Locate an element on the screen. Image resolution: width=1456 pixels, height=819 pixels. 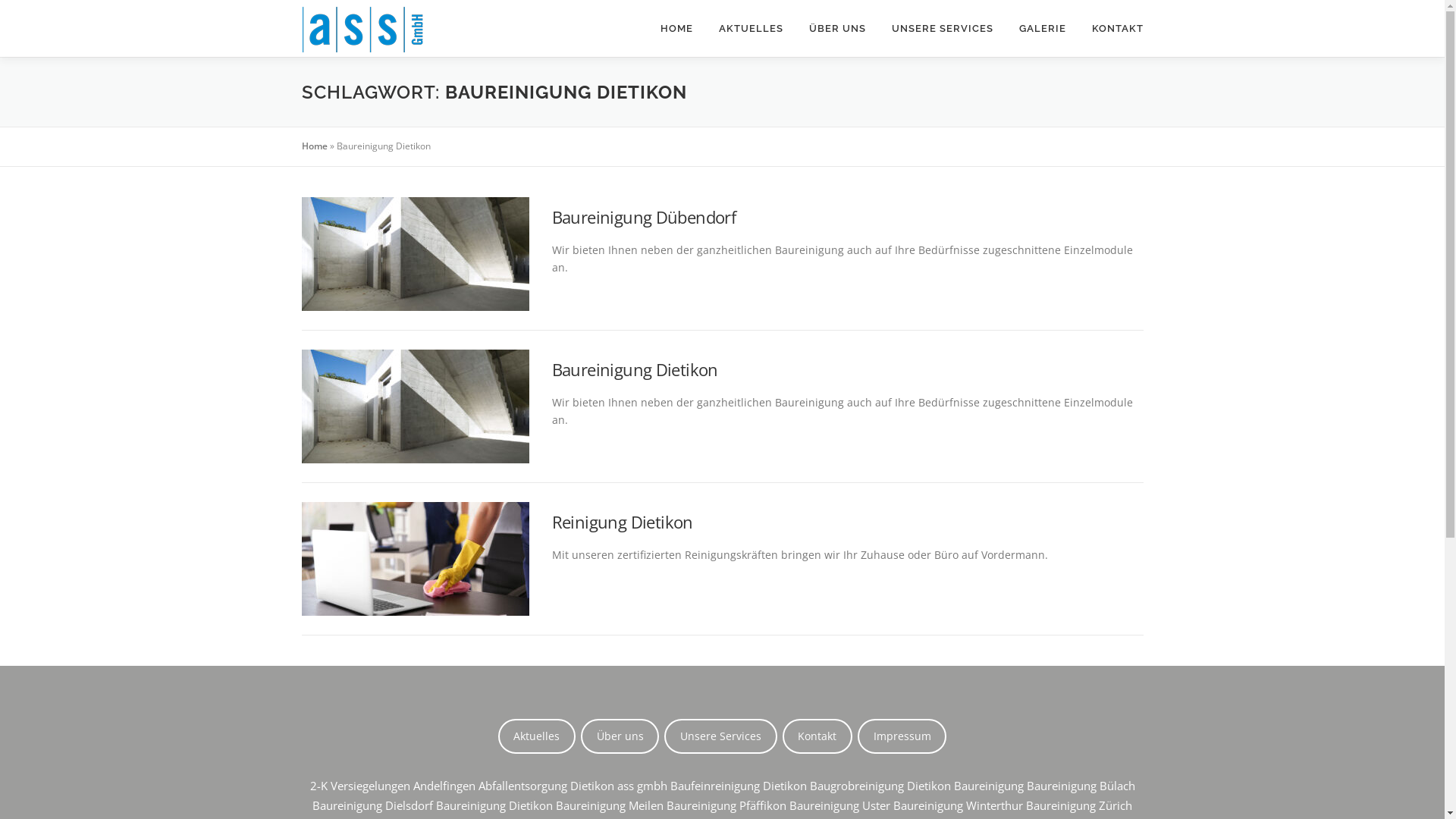
'KONTAKT' is located at coordinates (1110, 28).